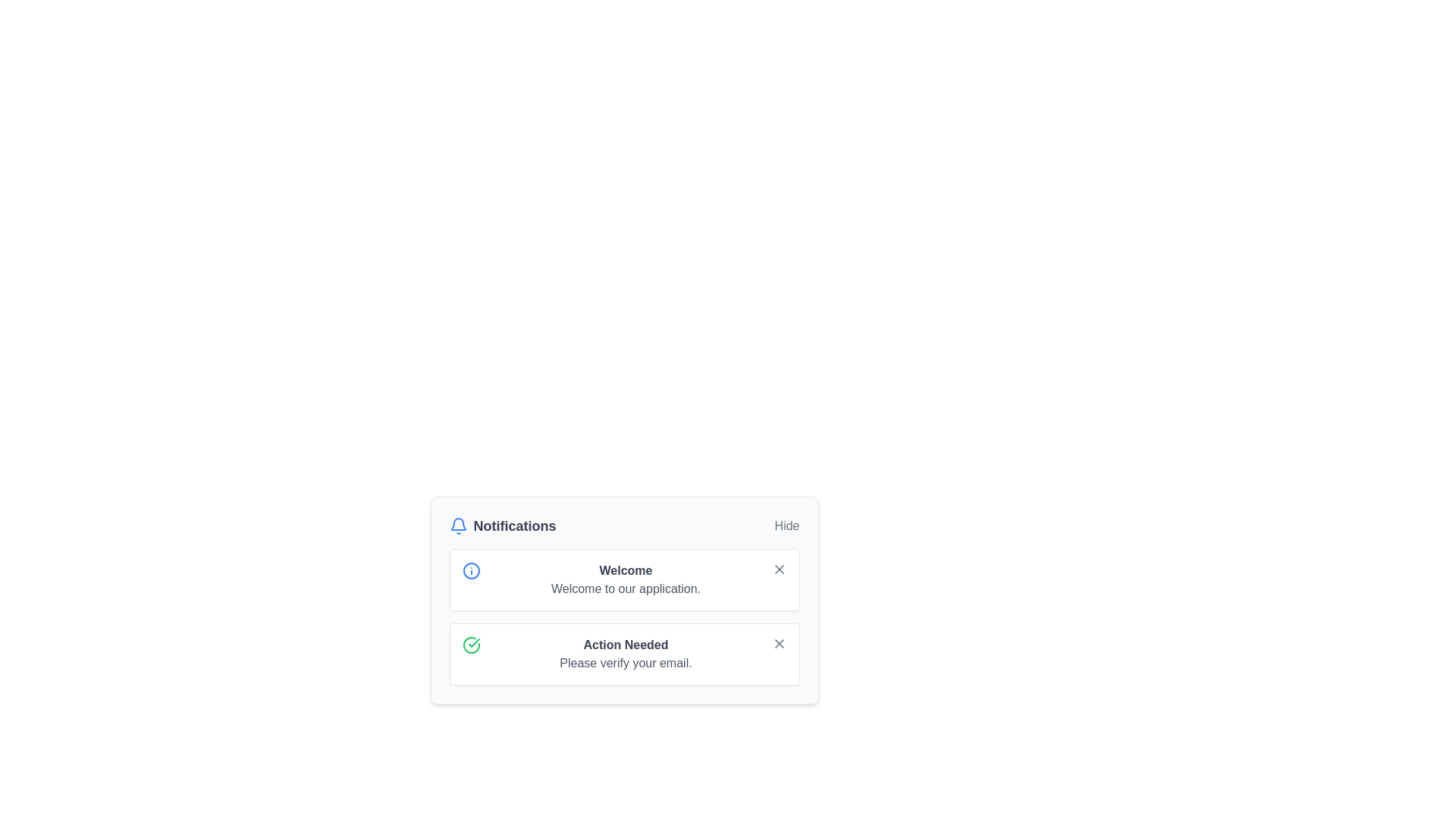  Describe the element at coordinates (626, 588) in the screenshot. I see `the text element that reads 'Welcome to our application.' styled in gray color, positioned beneath the heading 'Welcome' in a notification card` at that location.